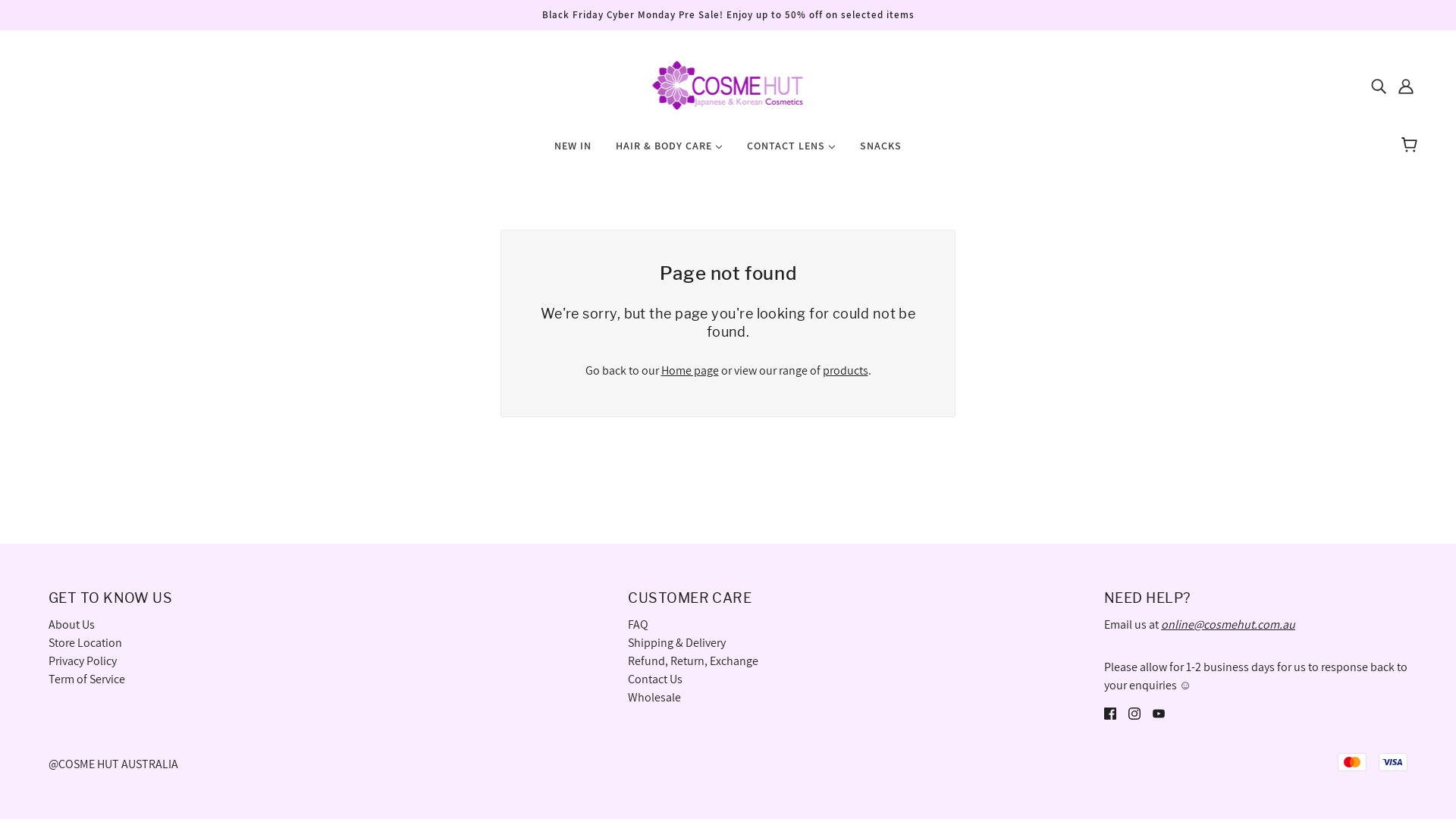 Image resolution: width=1456 pixels, height=819 pixels. What do you see at coordinates (71, 624) in the screenshot?
I see `'About Us'` at bounding box center [71, 624].